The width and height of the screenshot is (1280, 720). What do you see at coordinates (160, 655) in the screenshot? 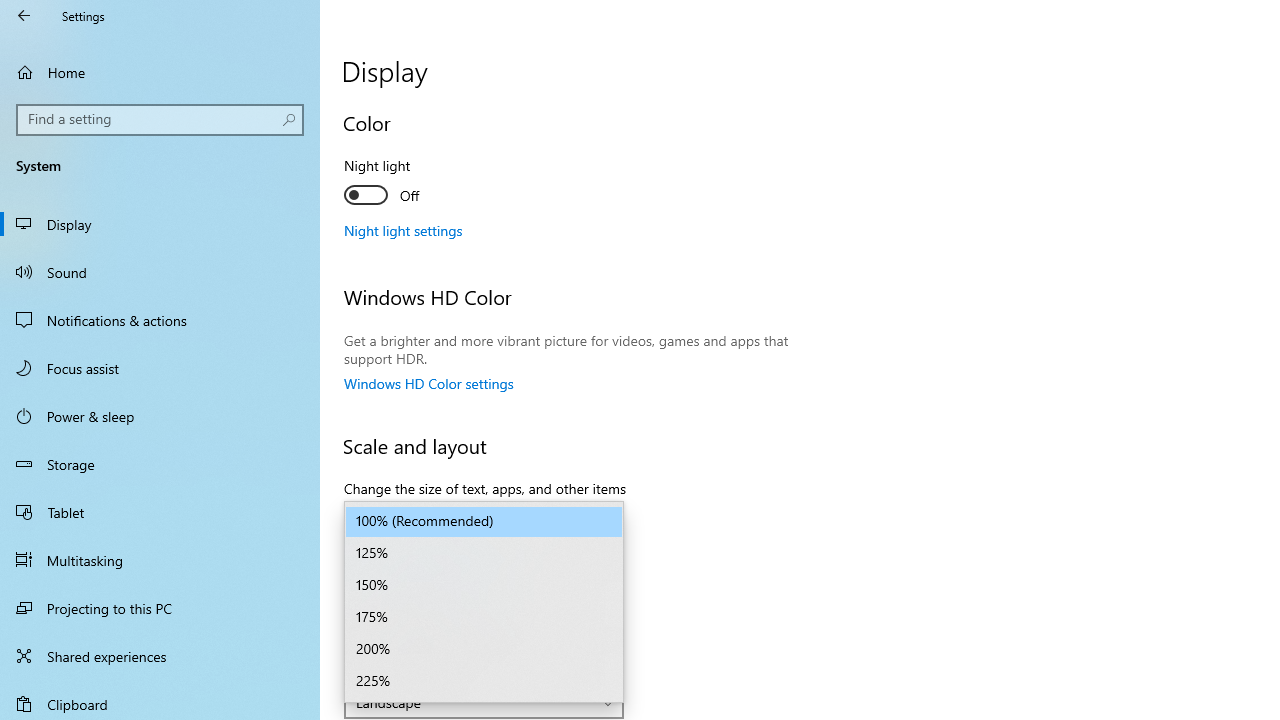
I see `'Shared experiences'` at bounding box center [160, 655].